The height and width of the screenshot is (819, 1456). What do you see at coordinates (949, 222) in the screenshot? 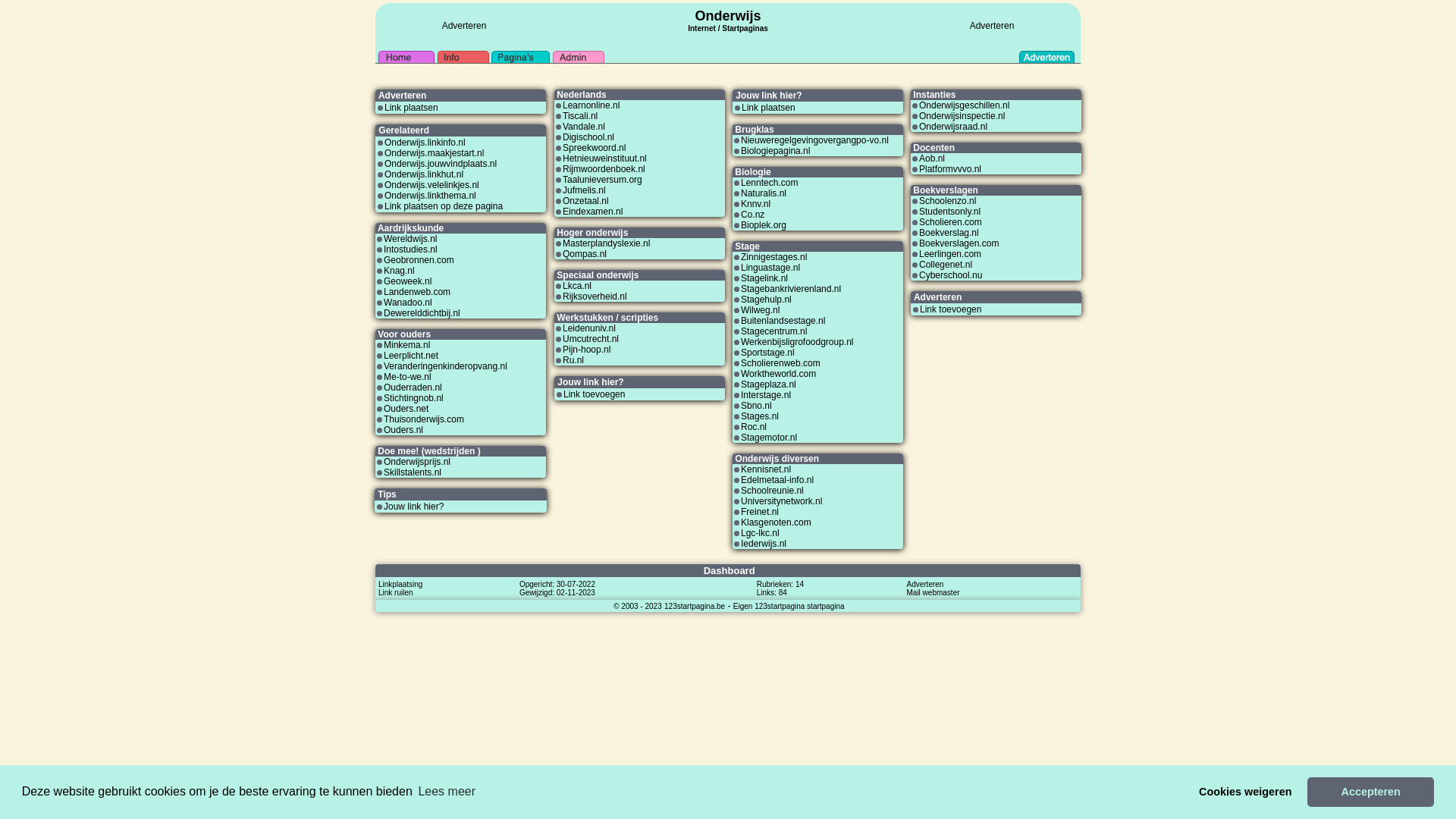
I see `'Scholieren.com'` at bounding box center [949, 222].